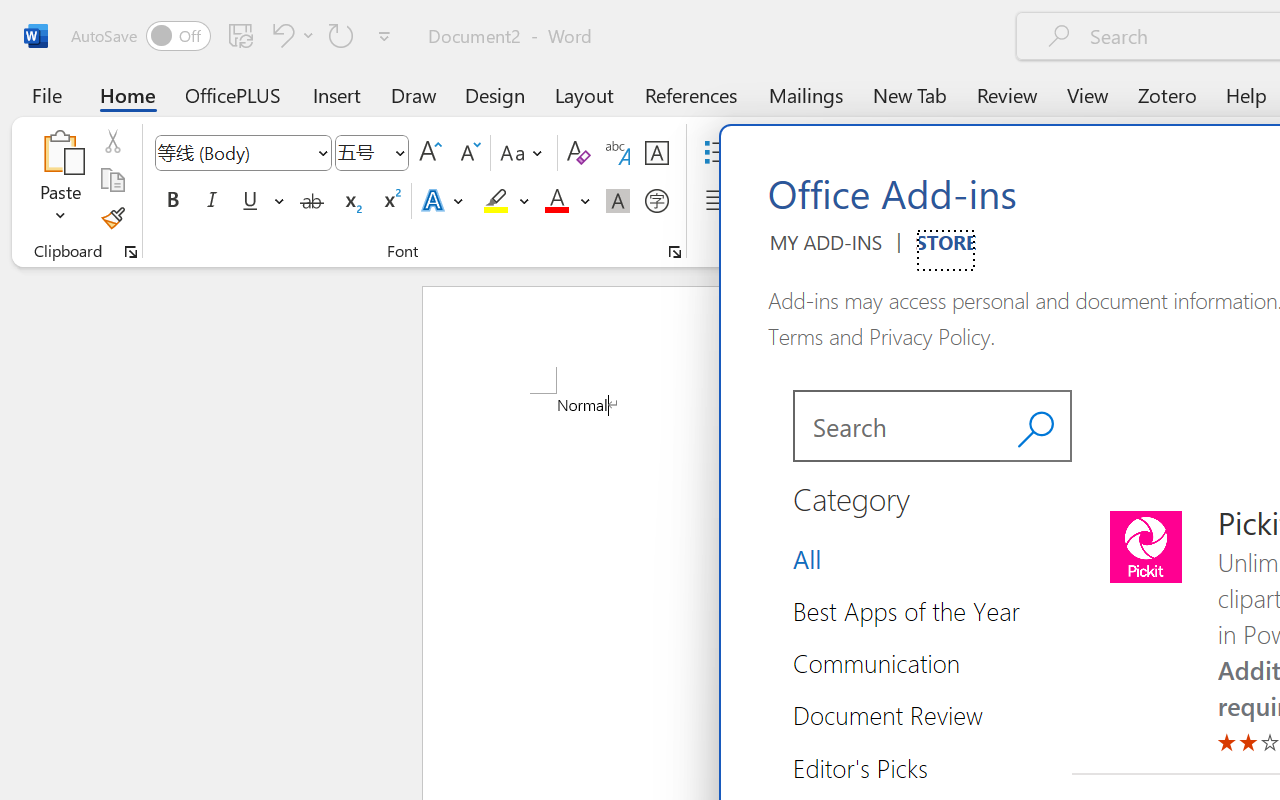  Describe the element at coordinates (524, 153) in the screenshot. I see `'Change Case'` at that location.